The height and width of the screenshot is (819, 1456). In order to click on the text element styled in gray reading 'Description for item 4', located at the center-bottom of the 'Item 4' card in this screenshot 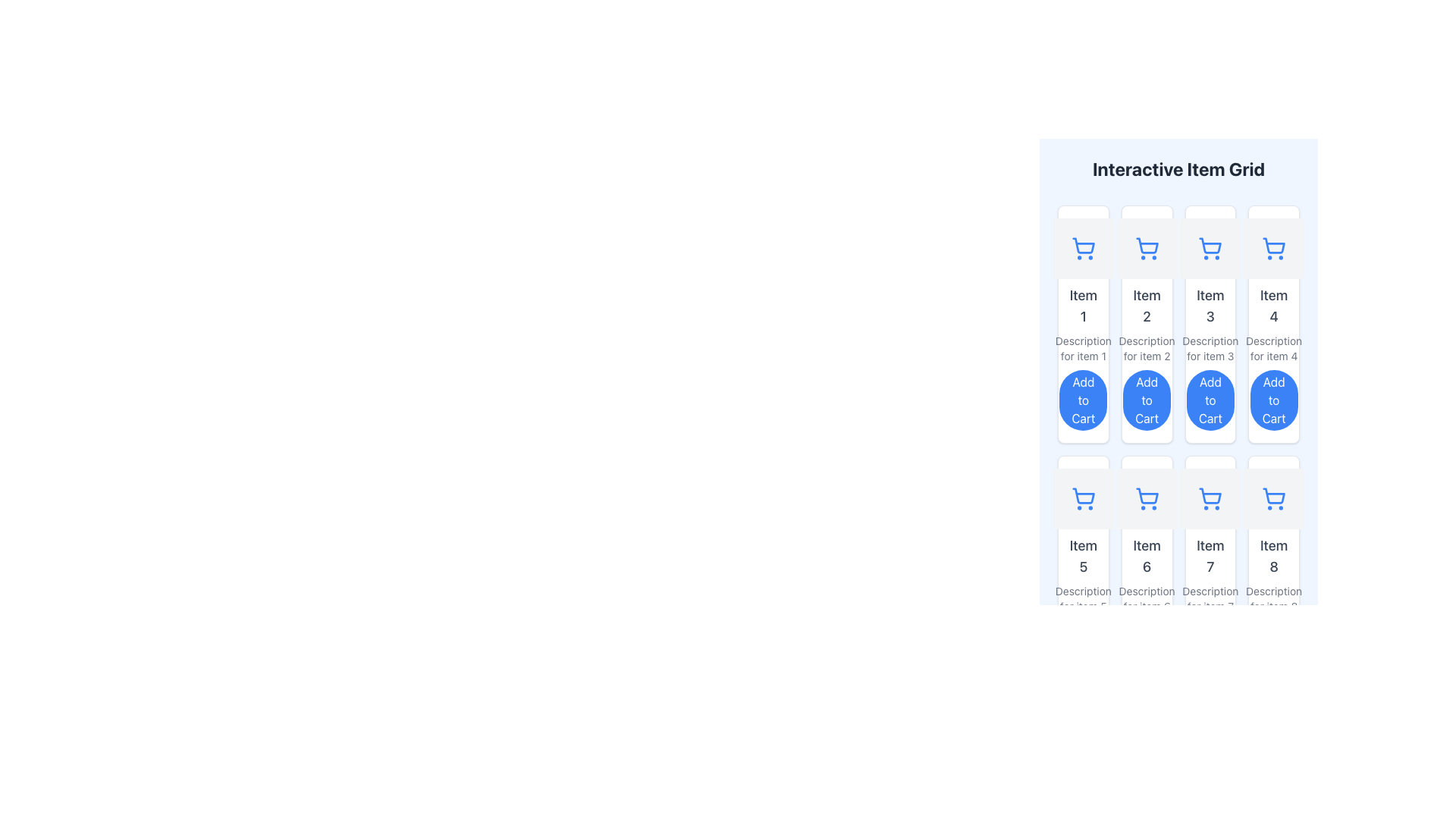, I will do `click(1274, 348)`.